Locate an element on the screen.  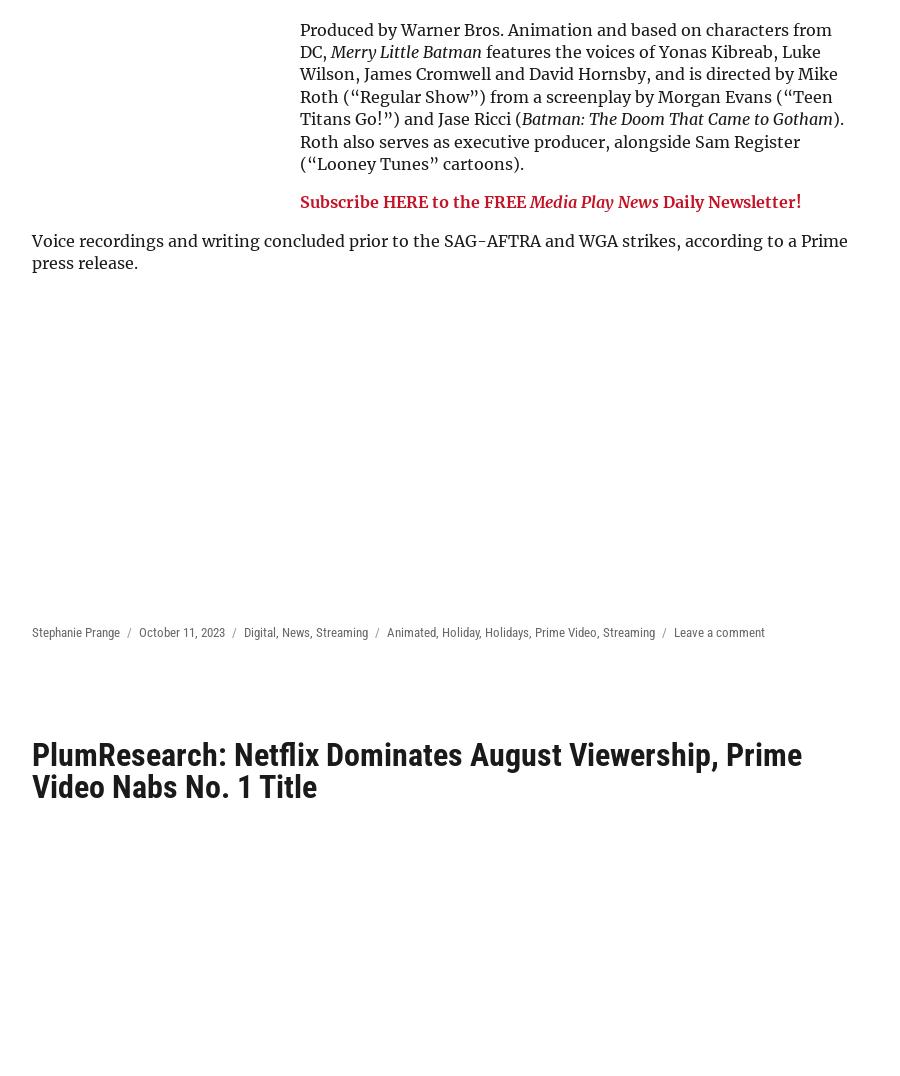
'Digital' is located at coordinates (259, 630).